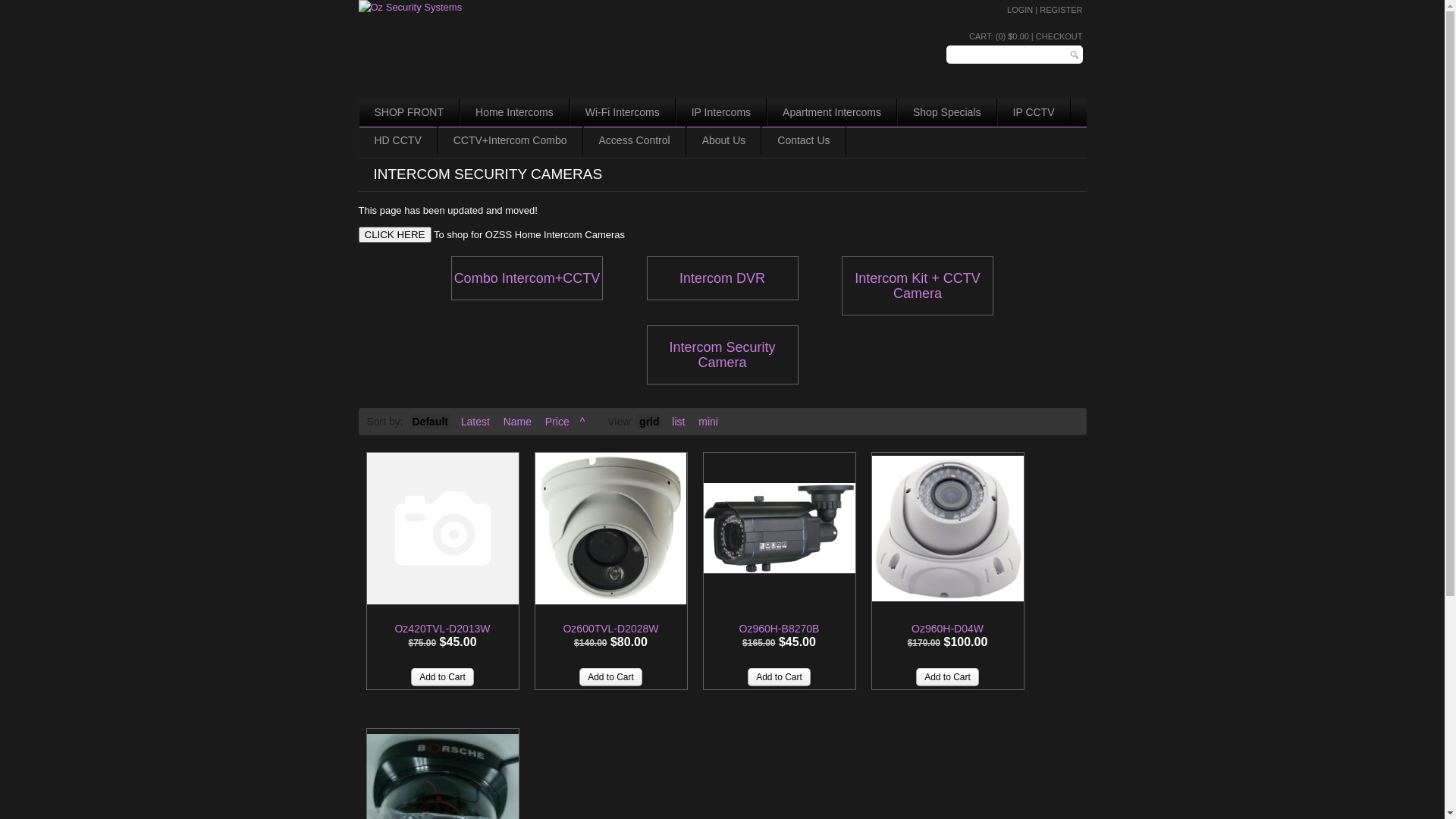 The width and height of the screenshot is (1456, 819). What do you see at coordinates (457, 421) in the screenshot?
I see `'Latest'` at bounding box center [457, 421].